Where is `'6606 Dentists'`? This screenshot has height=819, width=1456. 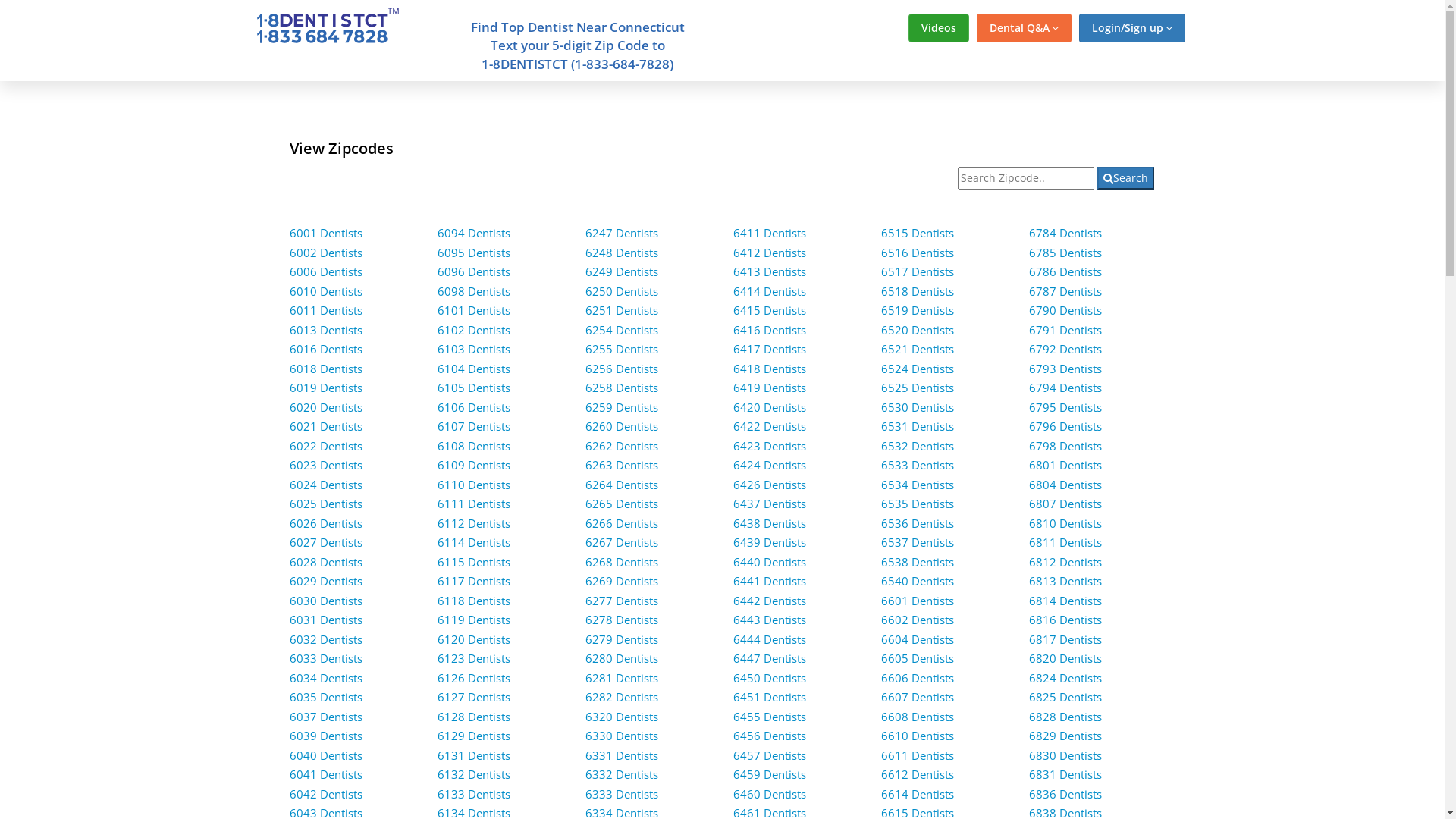
'6606 Dentists' is located at coordinates (916, 677).